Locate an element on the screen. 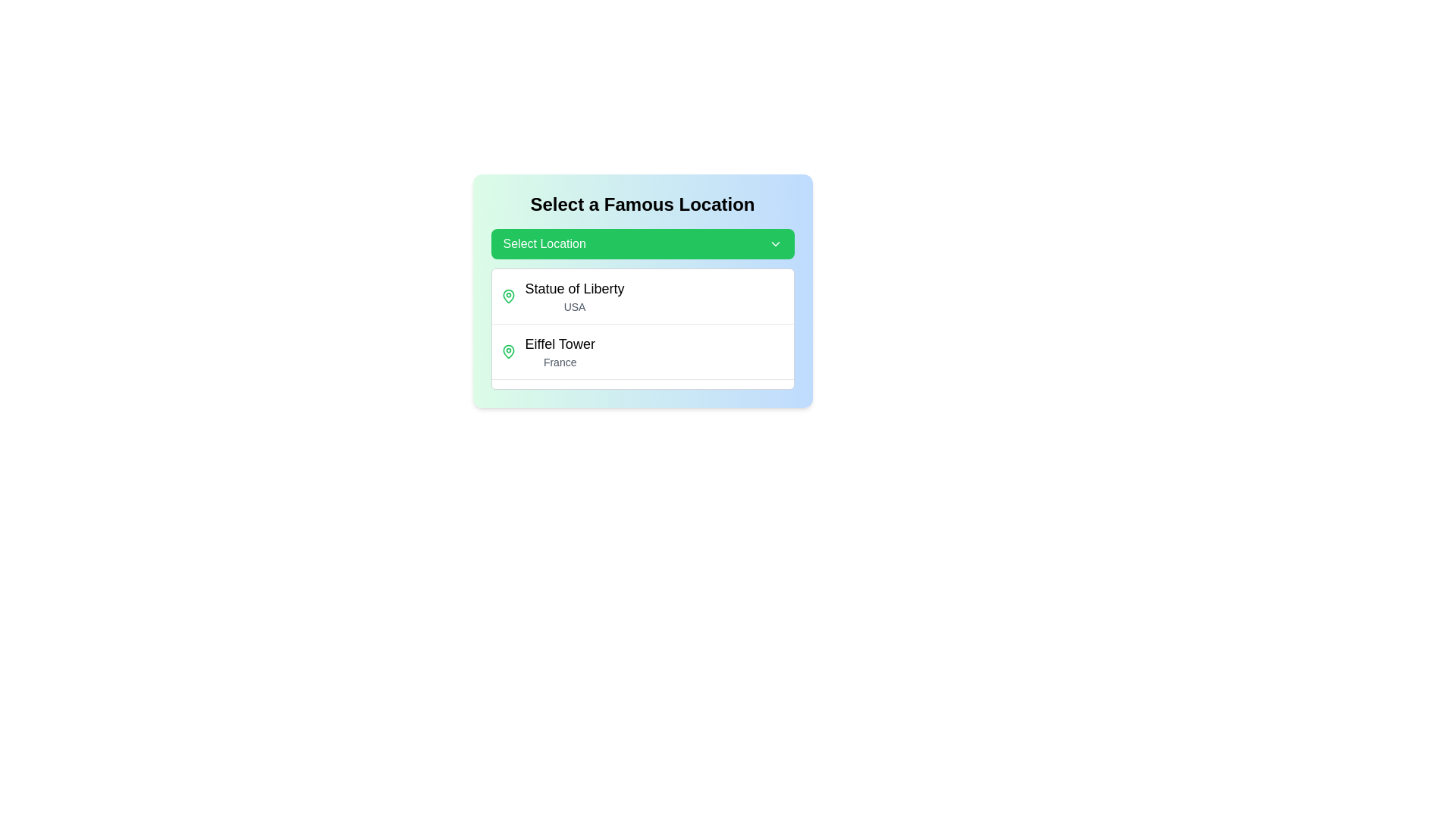 The image size is (1456, 819). text label displaying 'USA' which is styled in a small, light gray font and positioned directly below the bold text 'Statue of Liberty' is located at coordinates (574, 307).